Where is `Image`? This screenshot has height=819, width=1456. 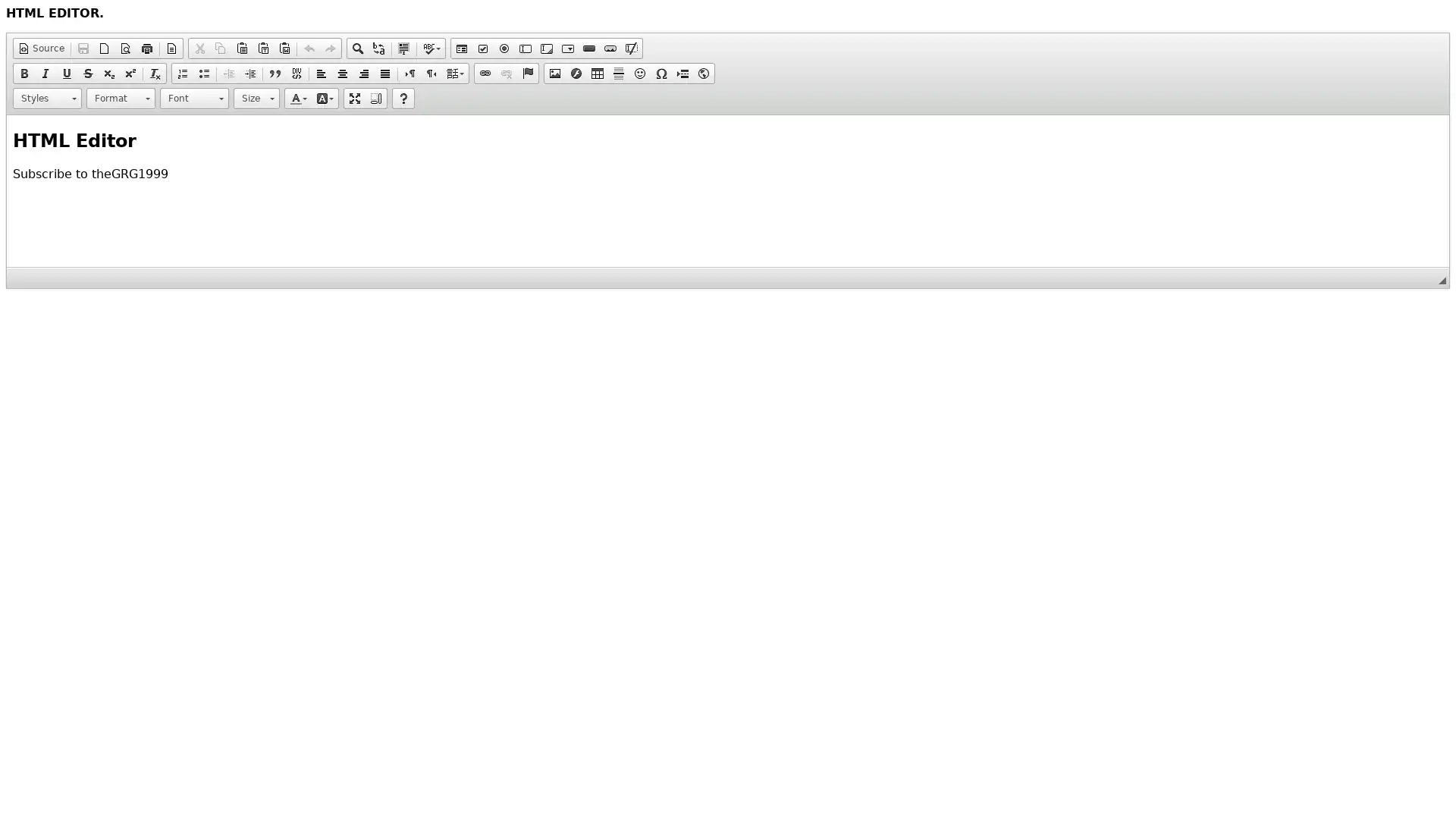 Image is located at coordinates (554, 73).